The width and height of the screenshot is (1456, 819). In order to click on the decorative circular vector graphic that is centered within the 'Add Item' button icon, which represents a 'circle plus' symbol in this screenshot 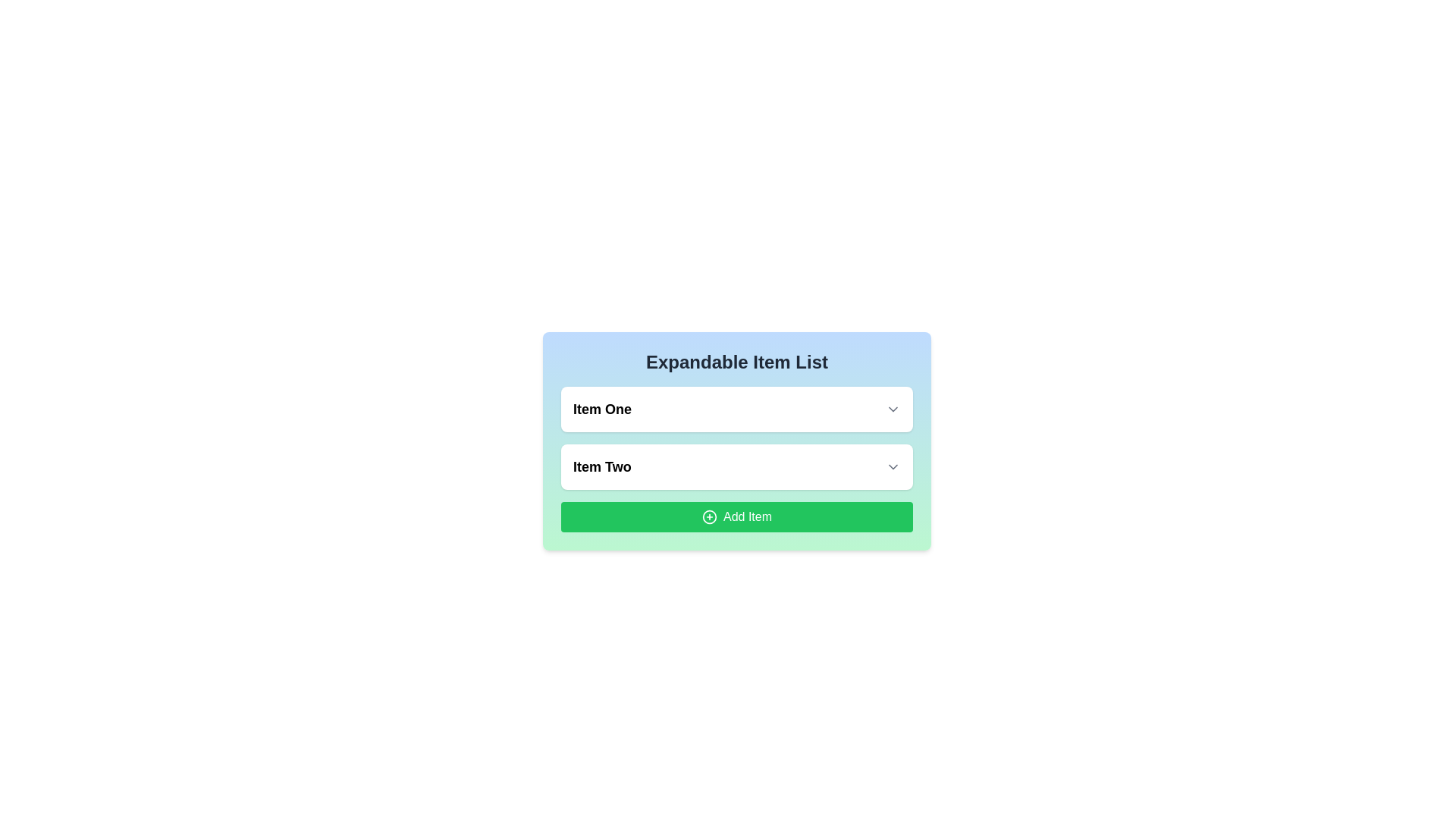, I will do `click(709, 516)`.